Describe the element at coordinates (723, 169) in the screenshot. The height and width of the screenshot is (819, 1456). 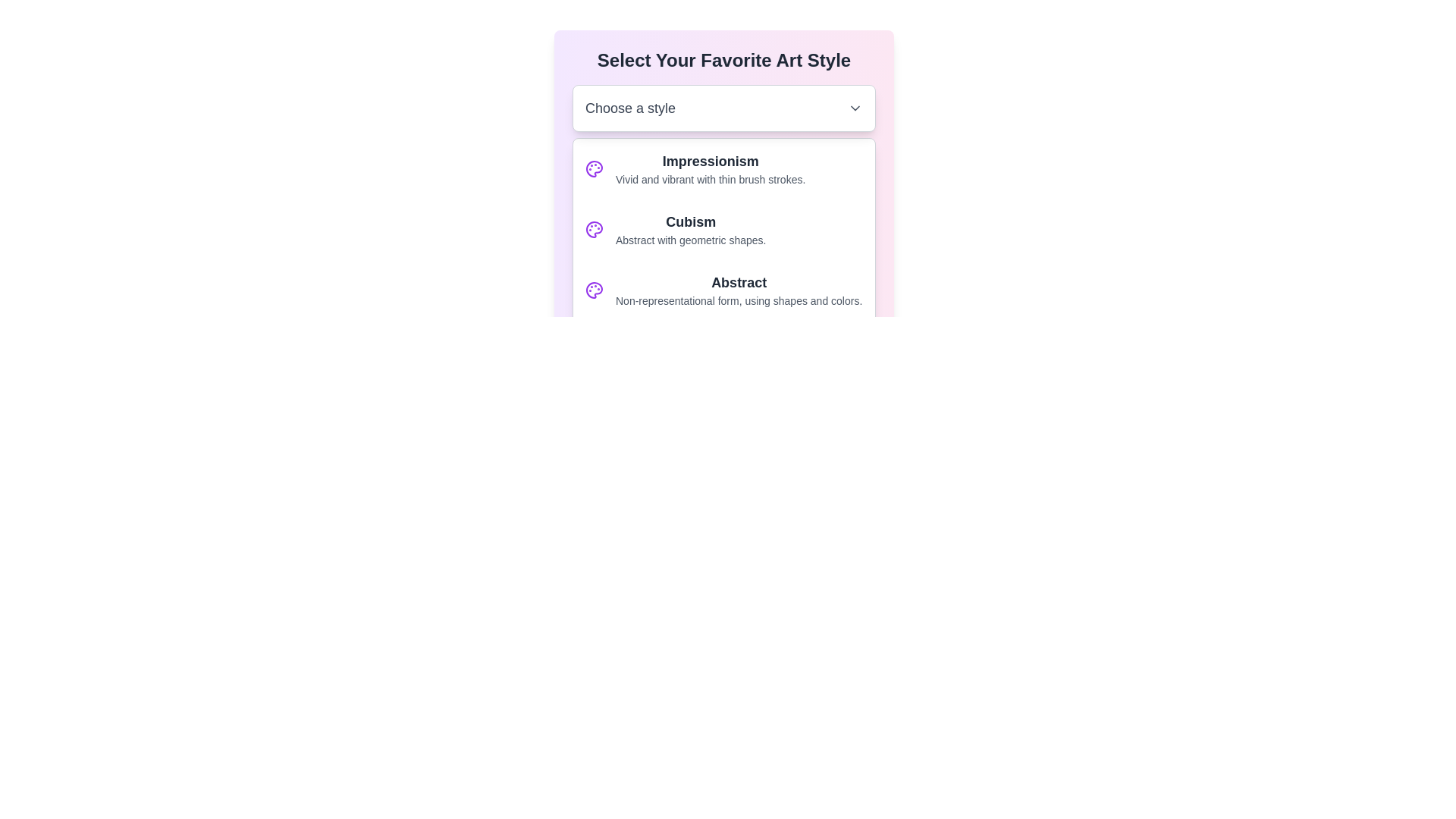
I see `the 'Impressionism' list item for selection` at that location.